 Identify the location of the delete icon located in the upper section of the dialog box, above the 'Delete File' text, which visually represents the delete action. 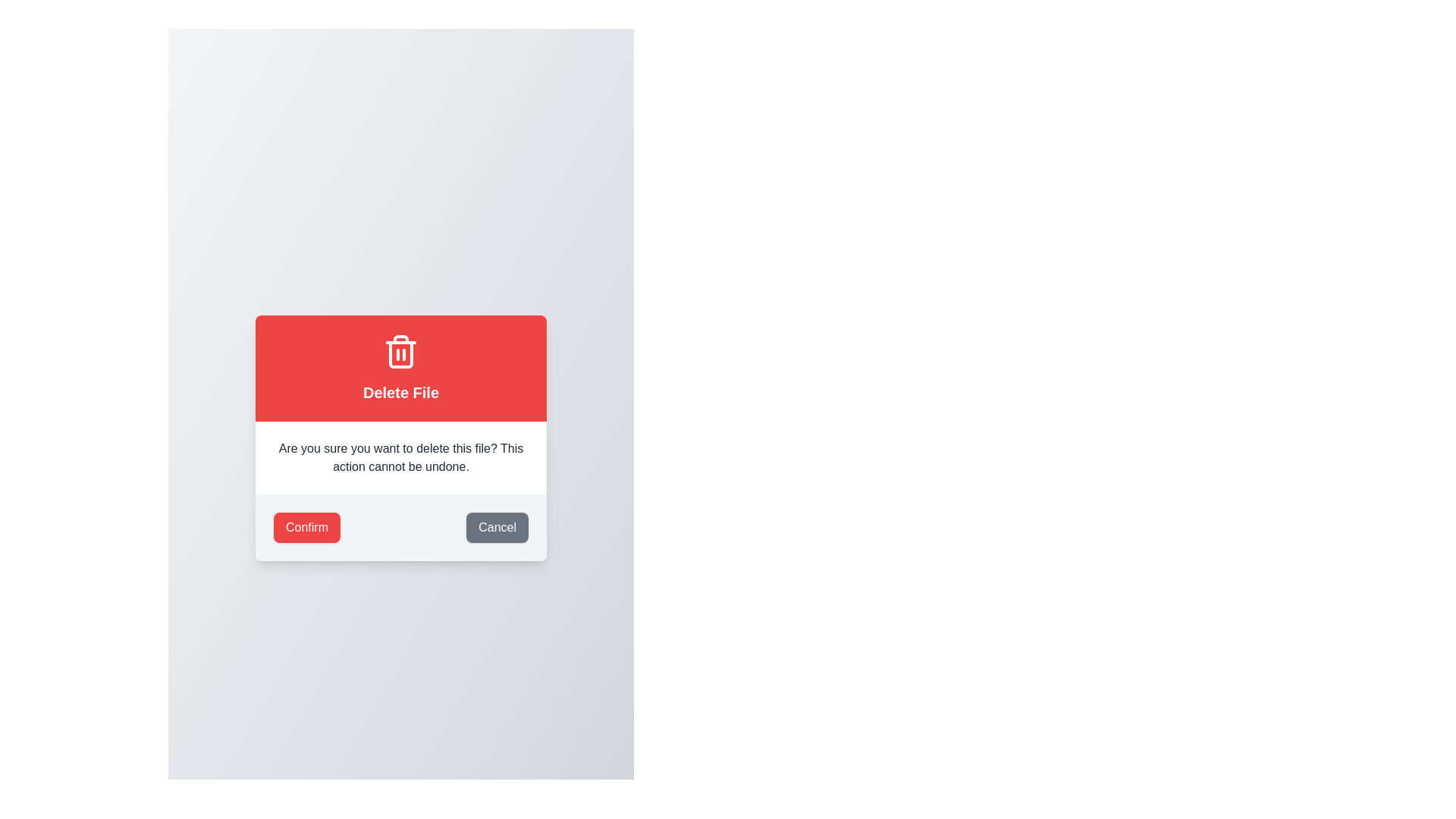
(400, 351).